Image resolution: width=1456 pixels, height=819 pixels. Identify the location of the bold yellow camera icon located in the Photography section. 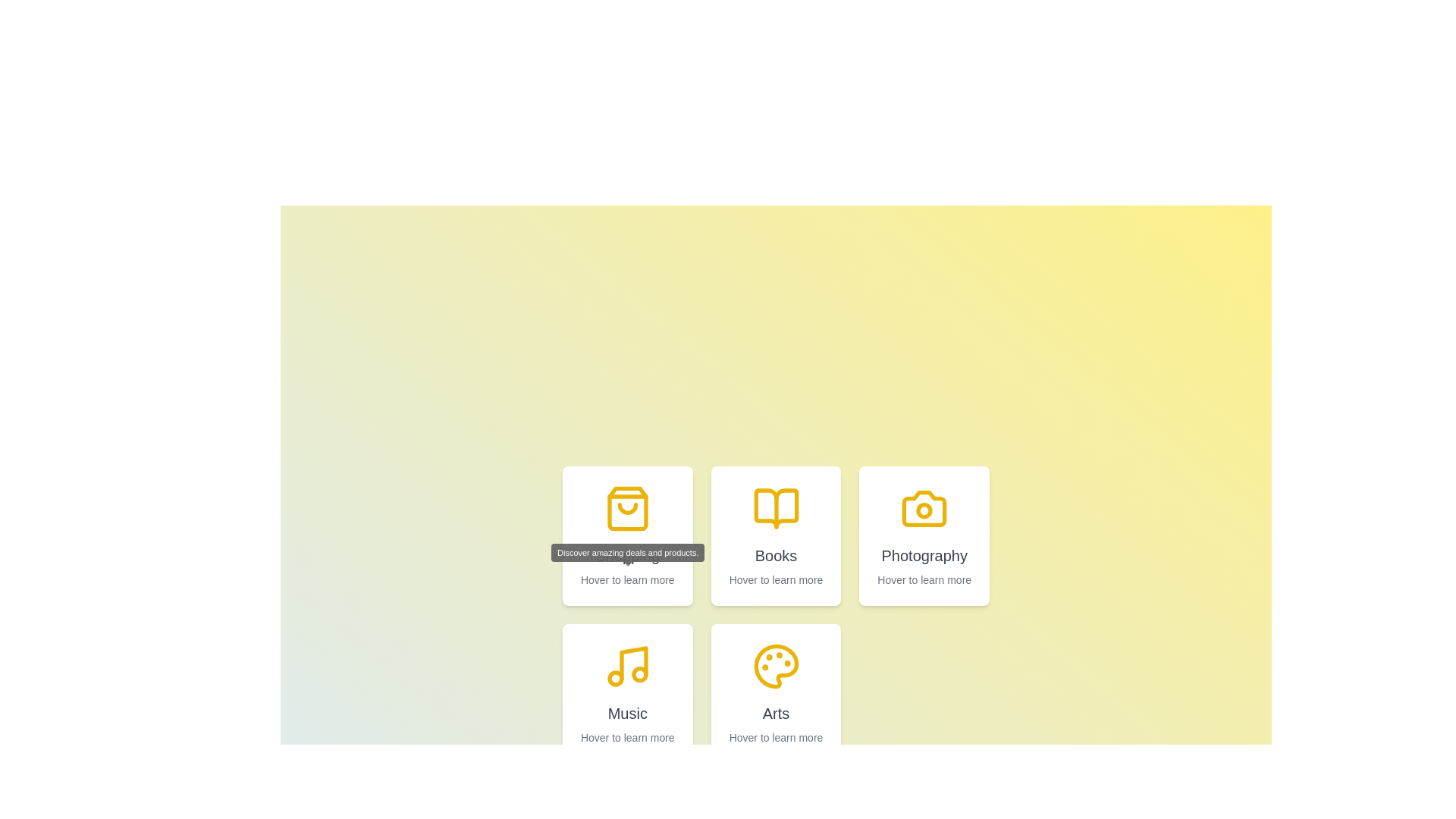
(924, 509).